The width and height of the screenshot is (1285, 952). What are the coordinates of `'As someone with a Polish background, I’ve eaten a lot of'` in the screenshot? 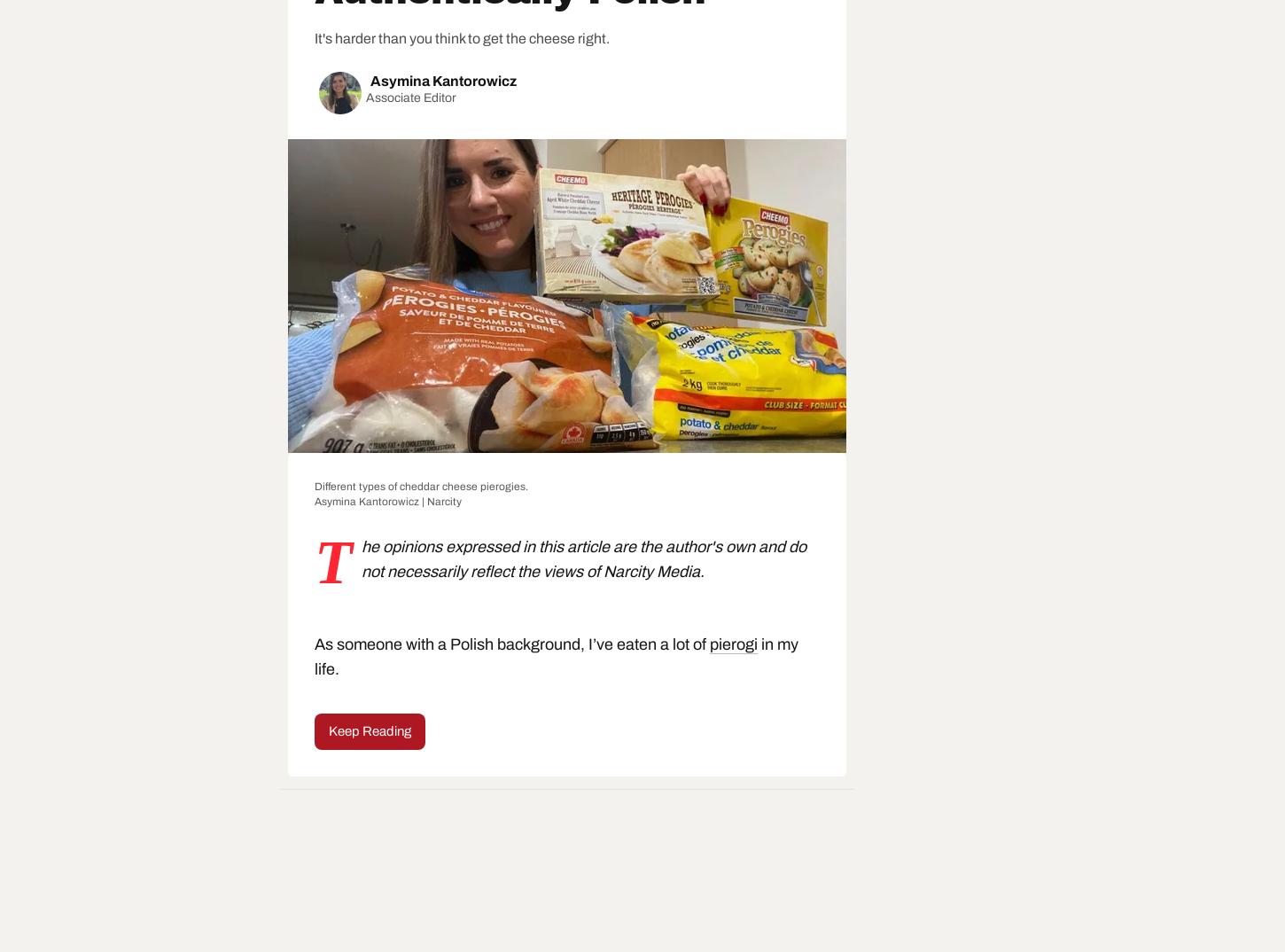 It's located at (511, 644).